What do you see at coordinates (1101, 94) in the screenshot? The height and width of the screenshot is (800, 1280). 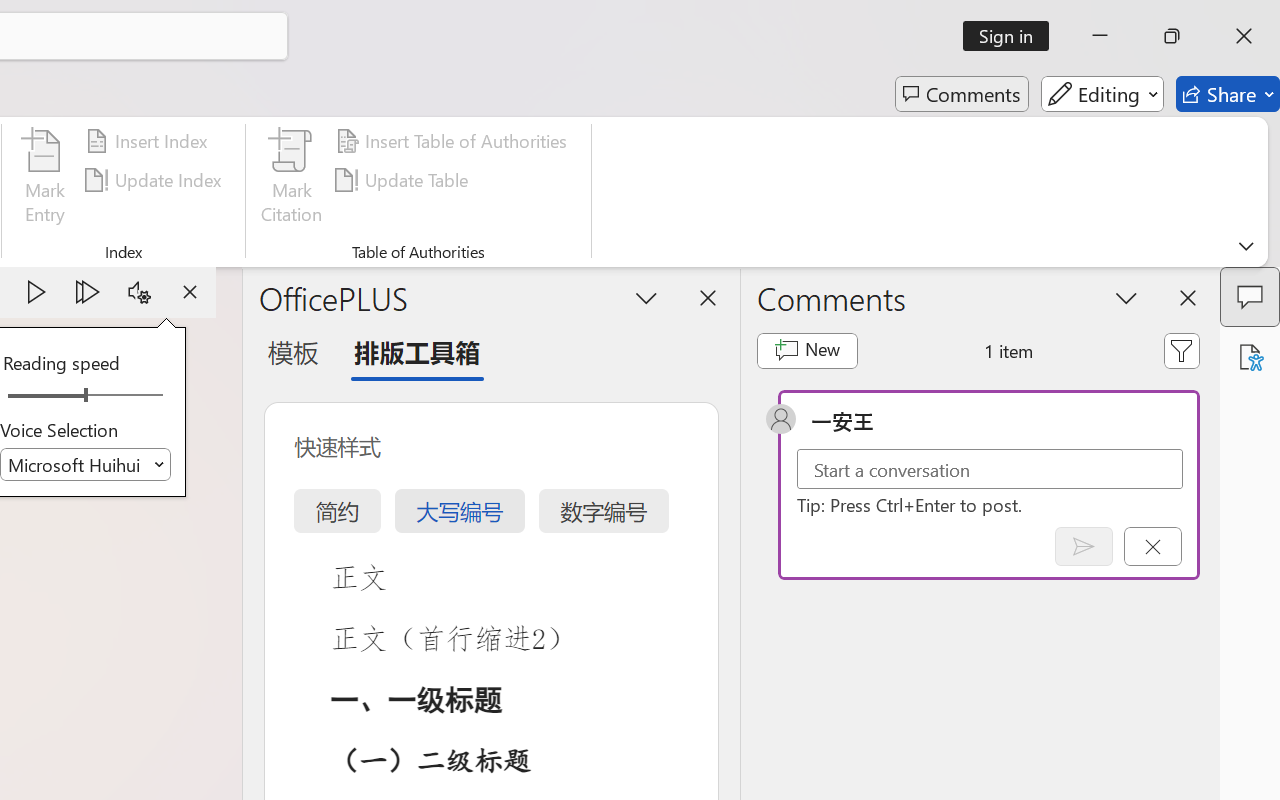 I see `'Editing'` at bounding box center [1101, 94].